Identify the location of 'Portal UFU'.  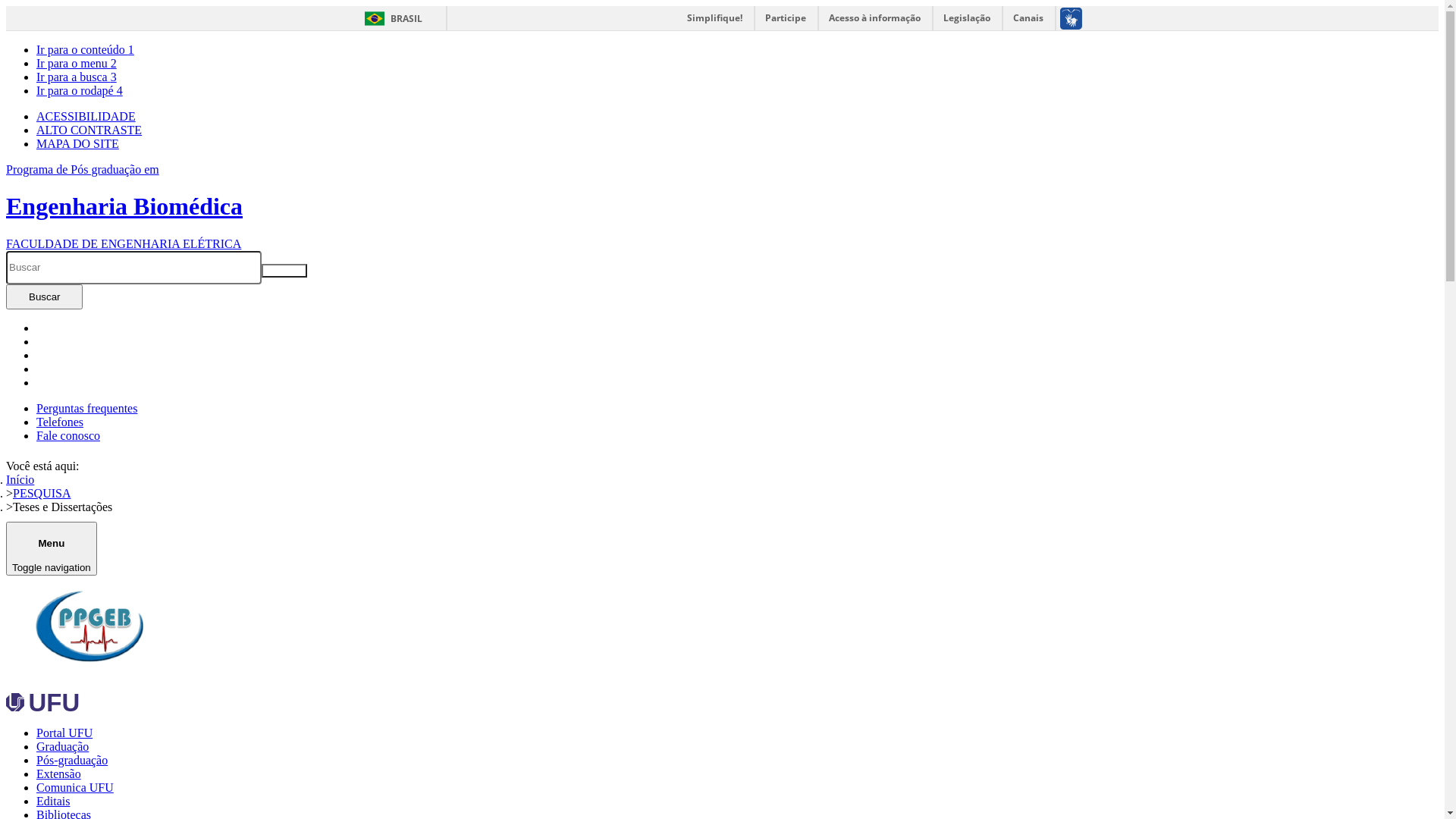
(36, 732).